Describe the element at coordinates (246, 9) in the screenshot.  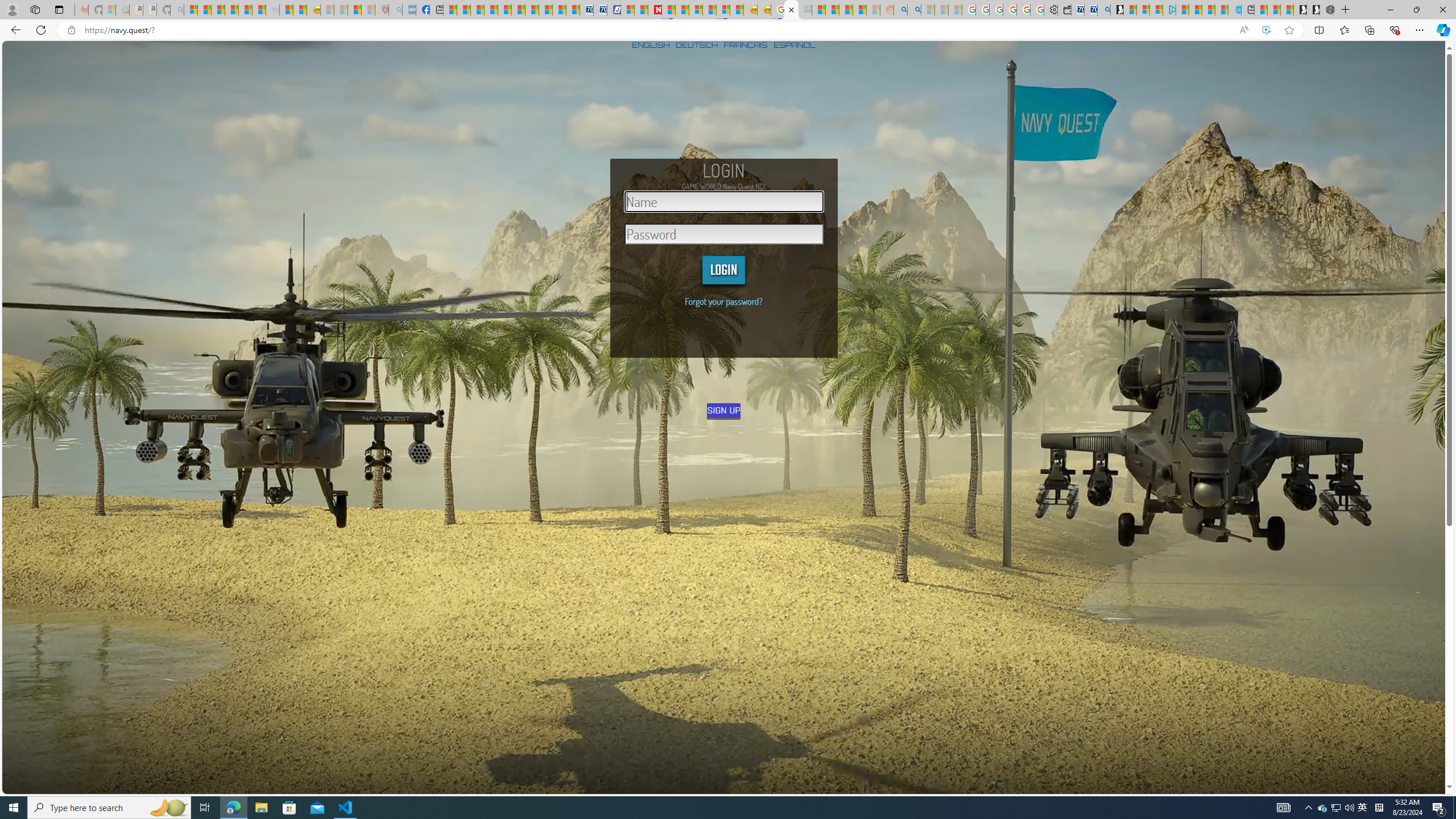
I see `'New Report Confirms 2023 Was Record Hot | Watch'` at that location.